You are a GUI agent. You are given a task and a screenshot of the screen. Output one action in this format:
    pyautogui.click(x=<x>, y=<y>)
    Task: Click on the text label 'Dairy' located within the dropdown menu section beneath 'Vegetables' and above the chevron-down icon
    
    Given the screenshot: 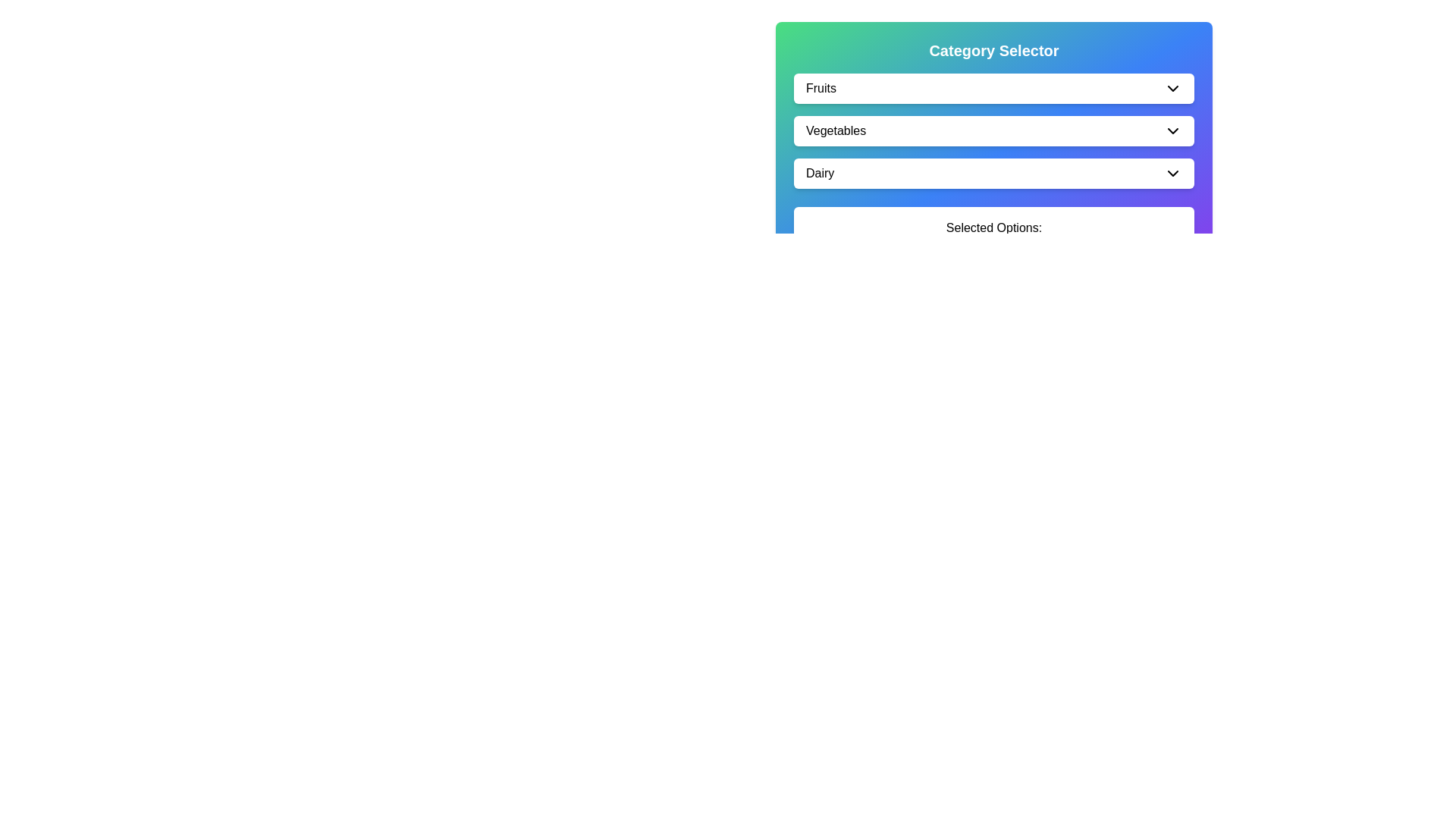 What is the action you would take?
    pyautogui.click(x=819, y=172)
    